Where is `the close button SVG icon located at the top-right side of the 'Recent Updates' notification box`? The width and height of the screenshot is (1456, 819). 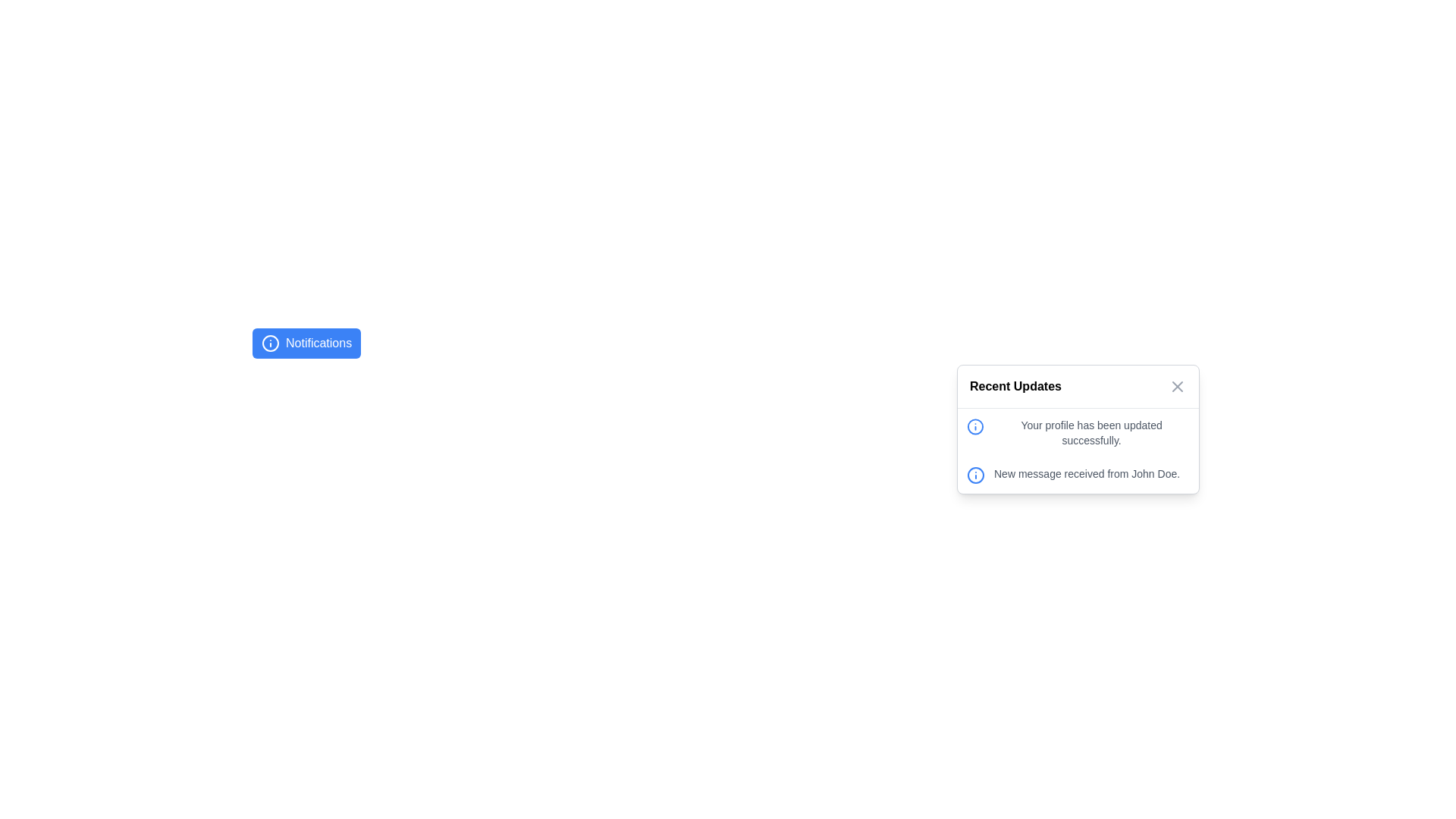 the close button SVG icon located at the top-right side of the 'Recent Updates' notification box is located at coordinates (1177, 385).